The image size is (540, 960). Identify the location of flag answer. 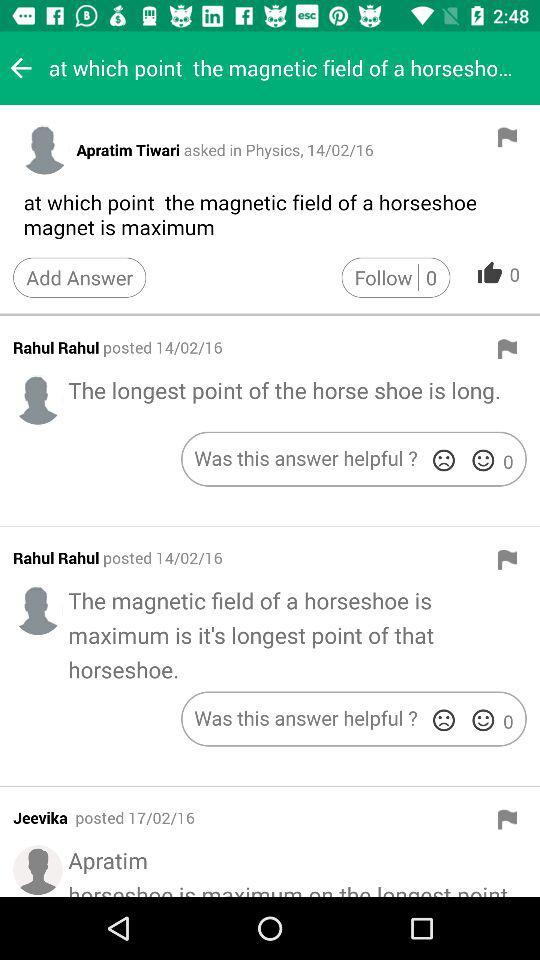
(507, 136).